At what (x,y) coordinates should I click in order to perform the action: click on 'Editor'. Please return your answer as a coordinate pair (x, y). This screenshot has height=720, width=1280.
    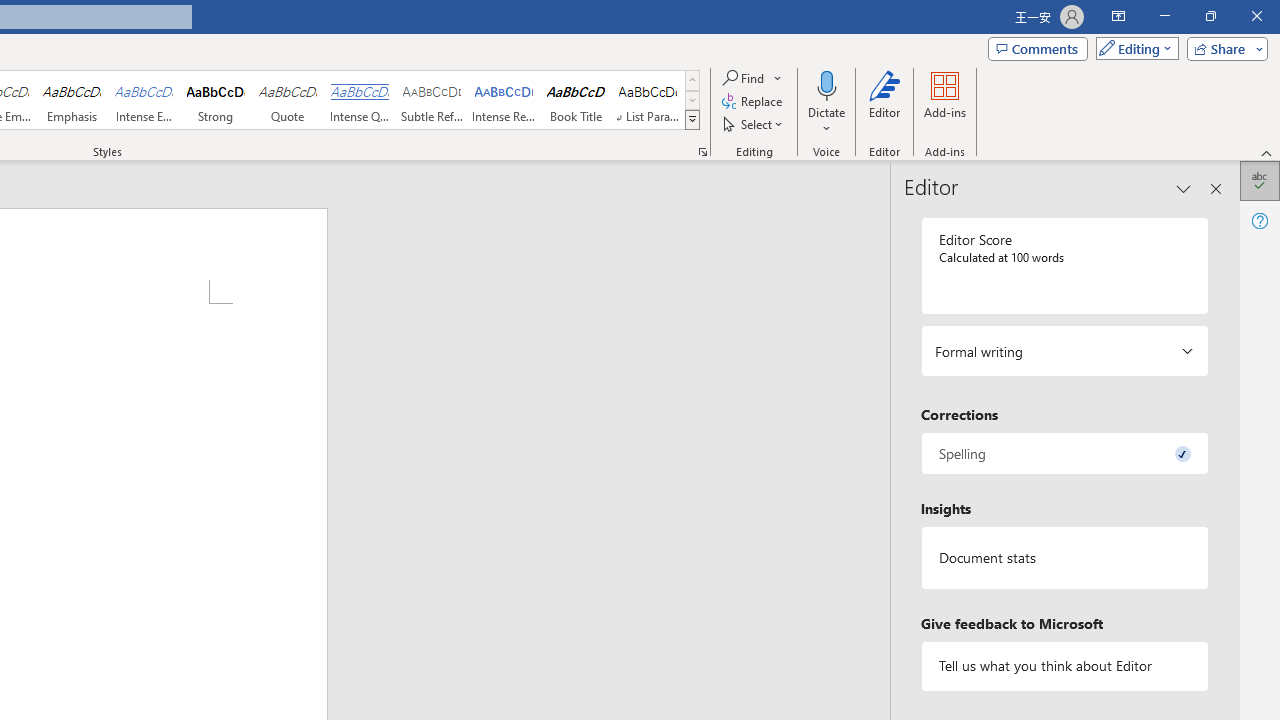
    Looking at the image, I should click on (884, 103).